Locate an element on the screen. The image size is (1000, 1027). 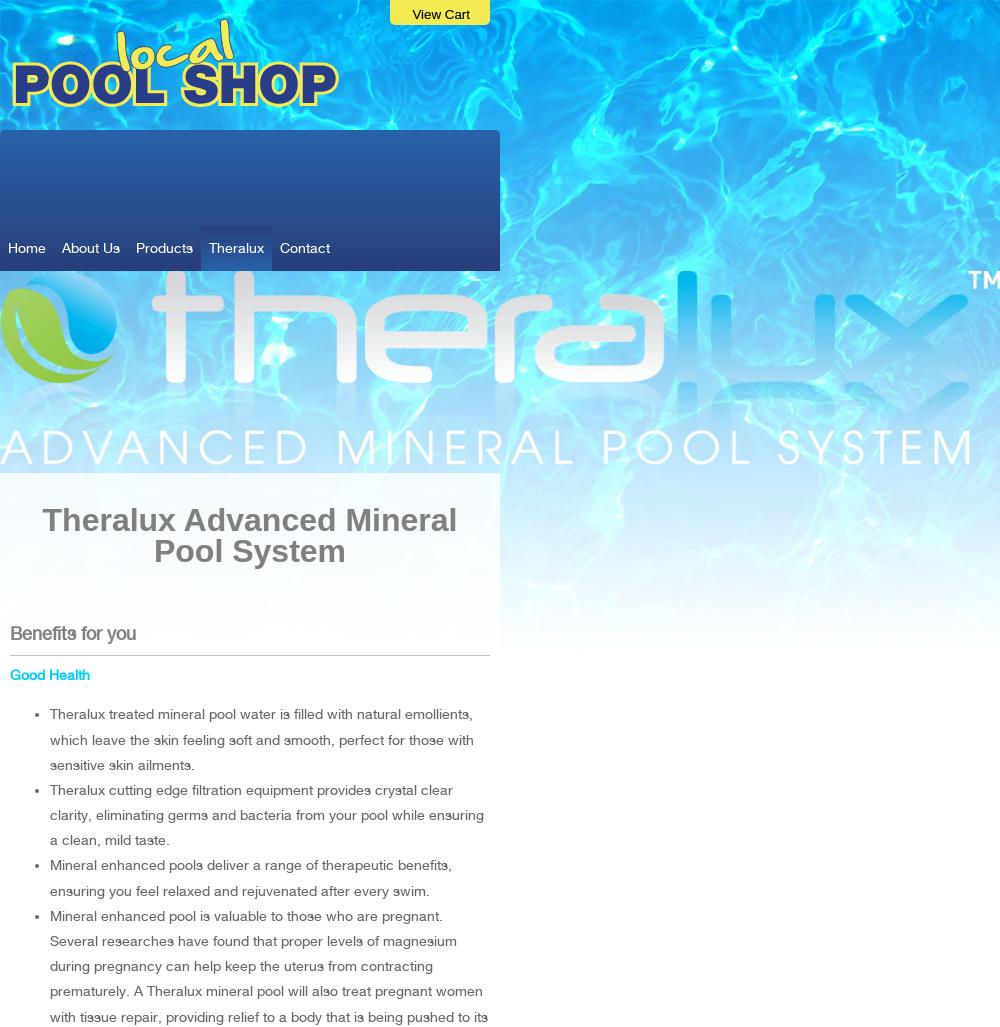
'sales@localpoolshop.com.au' is located at coordinates (353, 186).